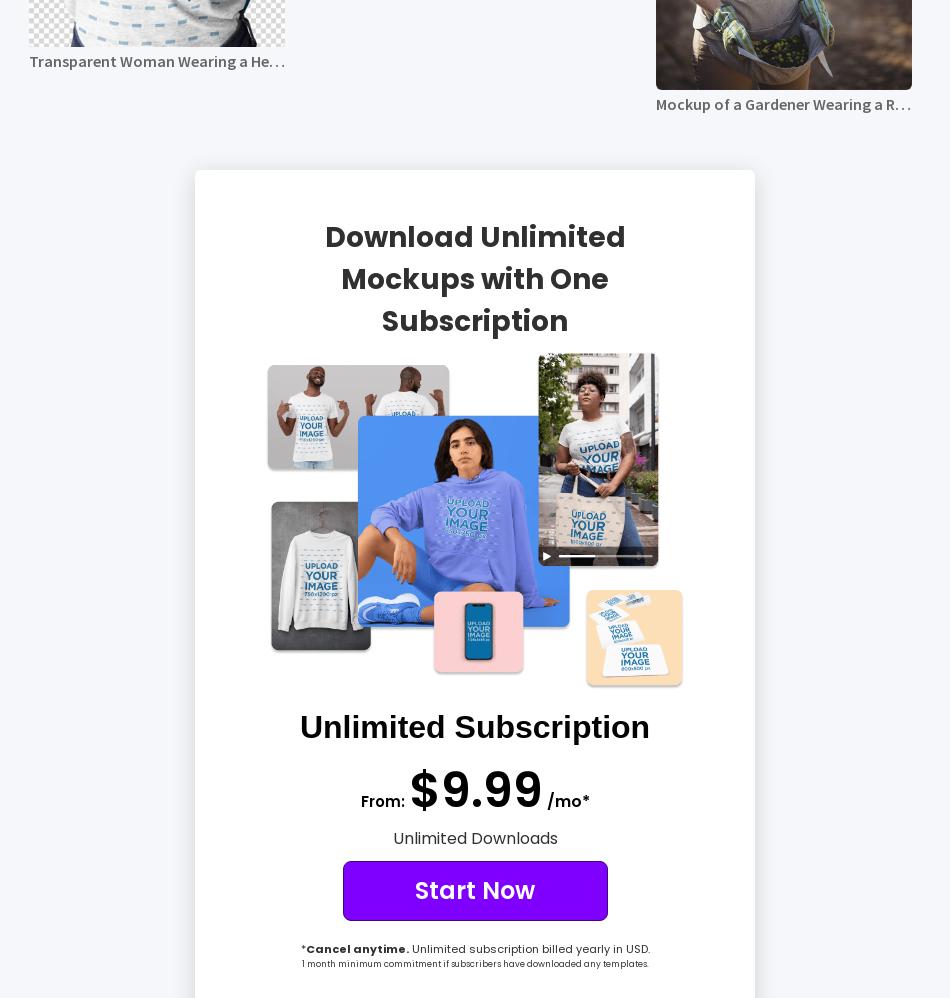 This screenshot has height=998, width=950. Describe the element at coordinates (473, 962) in the screenshot. I see `'1 month minimum commitment if subscribers have downloaded any templates.'` at that location.